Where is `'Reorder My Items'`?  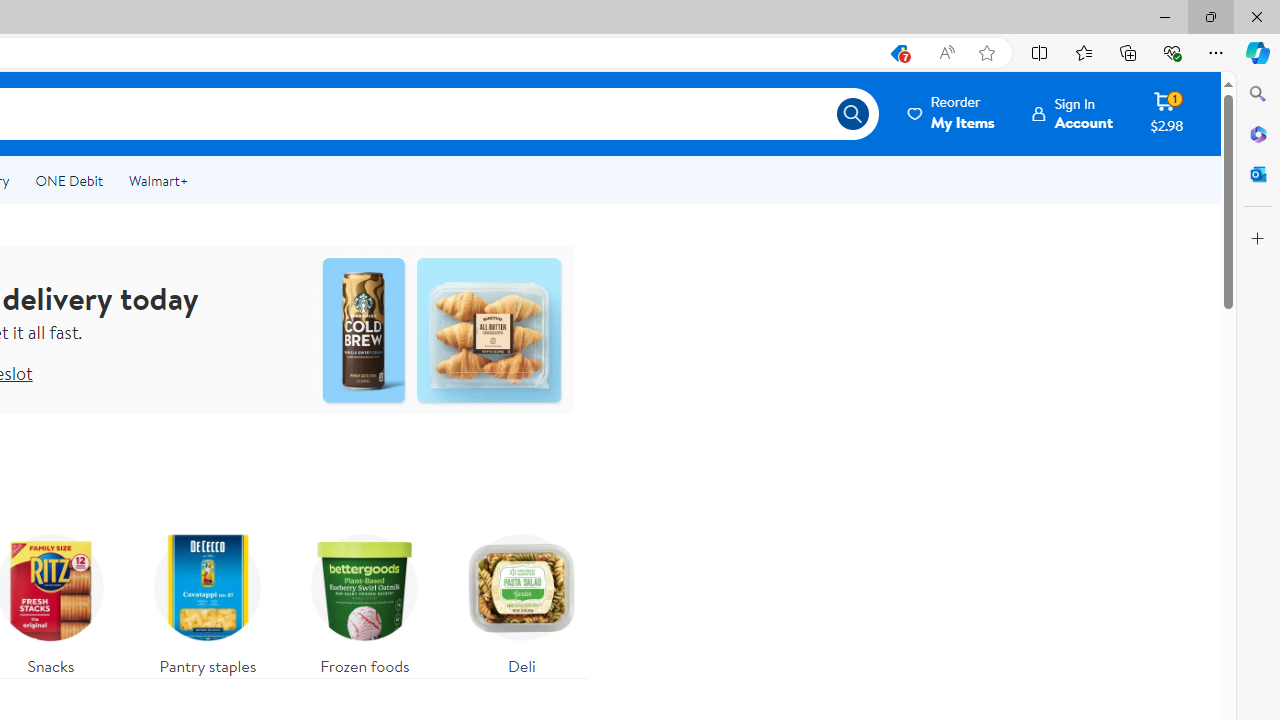 'Reorder My Items' is located at coordinates (951, 113).